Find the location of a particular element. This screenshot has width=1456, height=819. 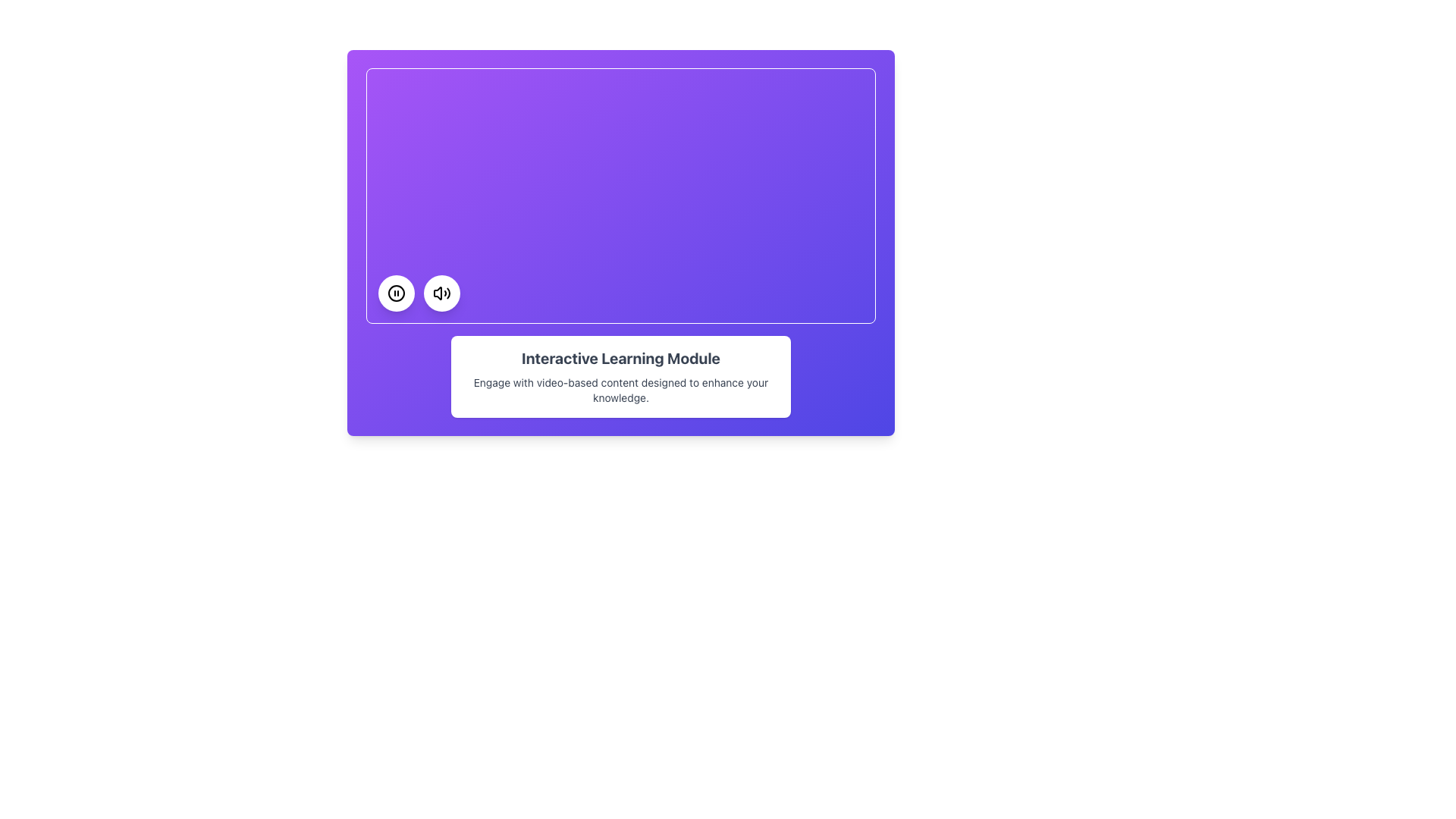

the leftmost circular button at the bottom-midsection of the purple rectangular content area to observe interactive feedback is located at coordinates (397, 293).